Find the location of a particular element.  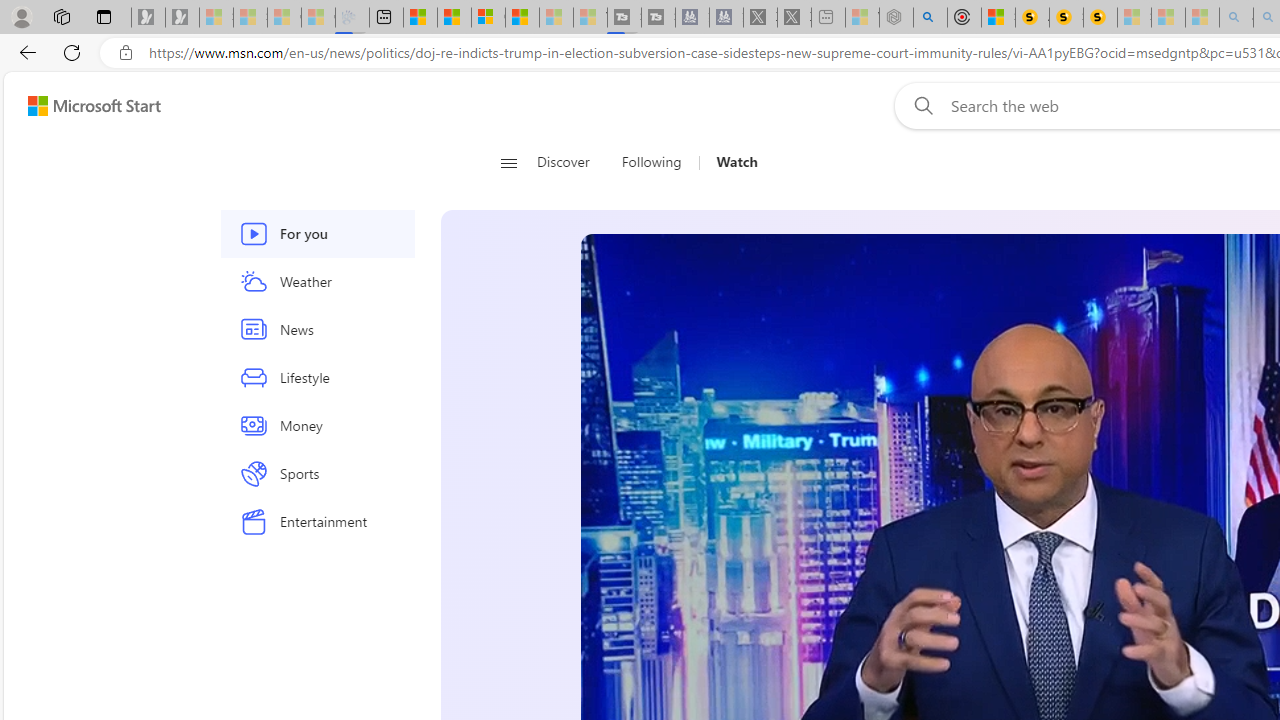

'Skip to content' is located at coordinates (86, 105).